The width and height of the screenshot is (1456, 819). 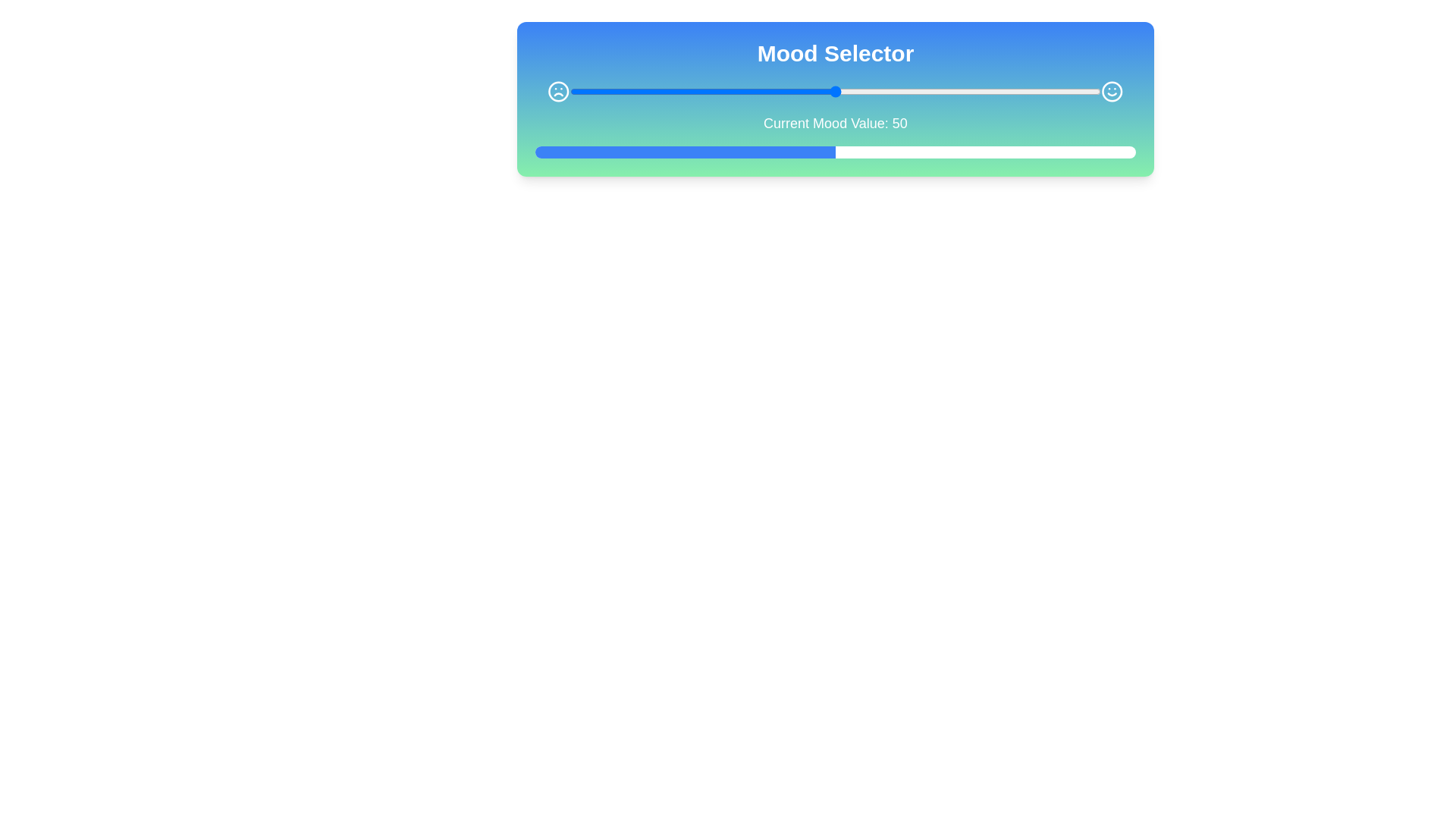 I want to click on the Circle shape that forms the outer boundary of the frown face graphic within the SVG component of the 'Mood Selector', so click(x=557, y=91).